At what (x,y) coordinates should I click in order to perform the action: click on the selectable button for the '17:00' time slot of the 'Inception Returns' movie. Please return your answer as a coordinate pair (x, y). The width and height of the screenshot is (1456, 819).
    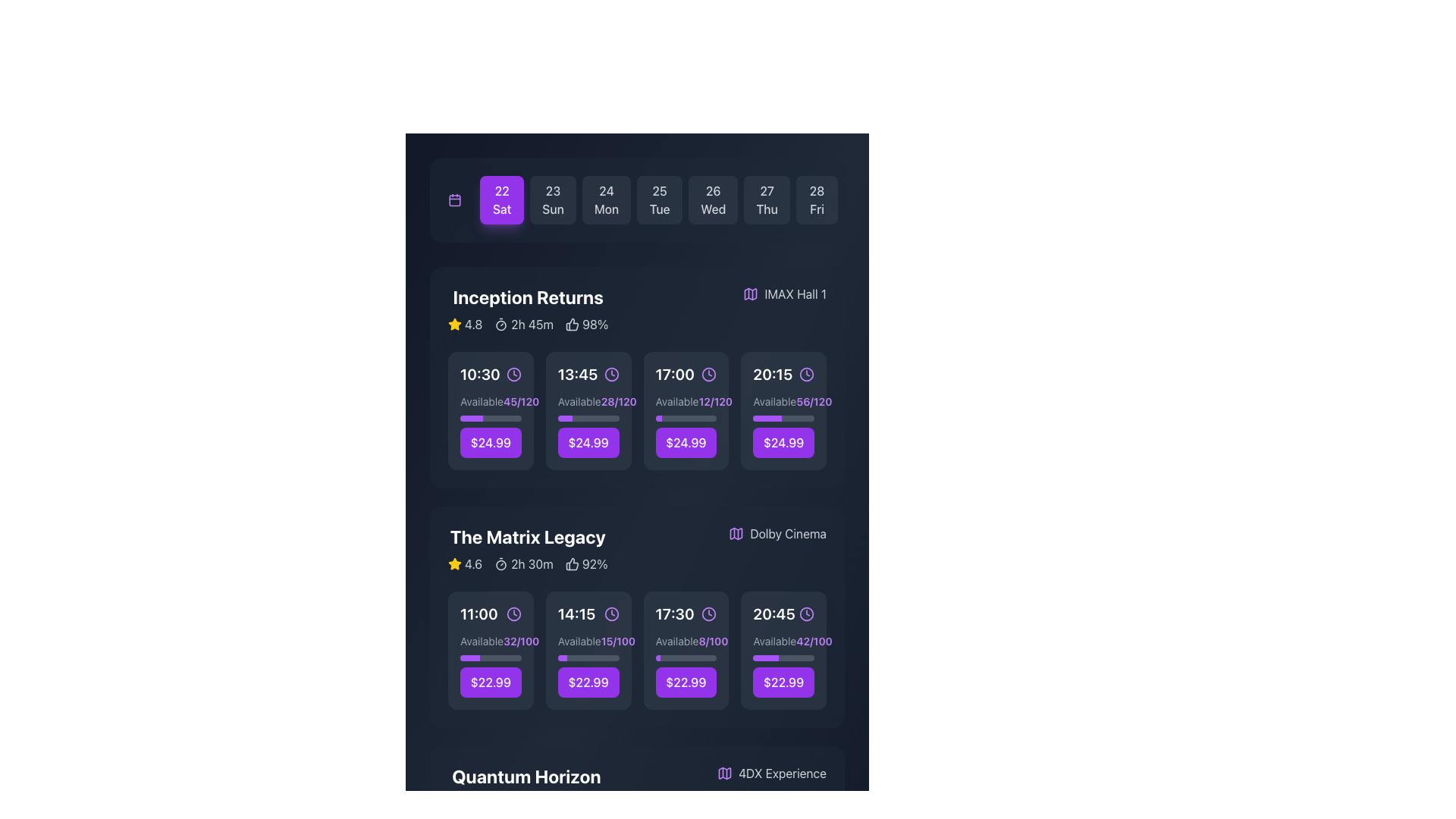
    Looking at the image, I should click on (685, 442).